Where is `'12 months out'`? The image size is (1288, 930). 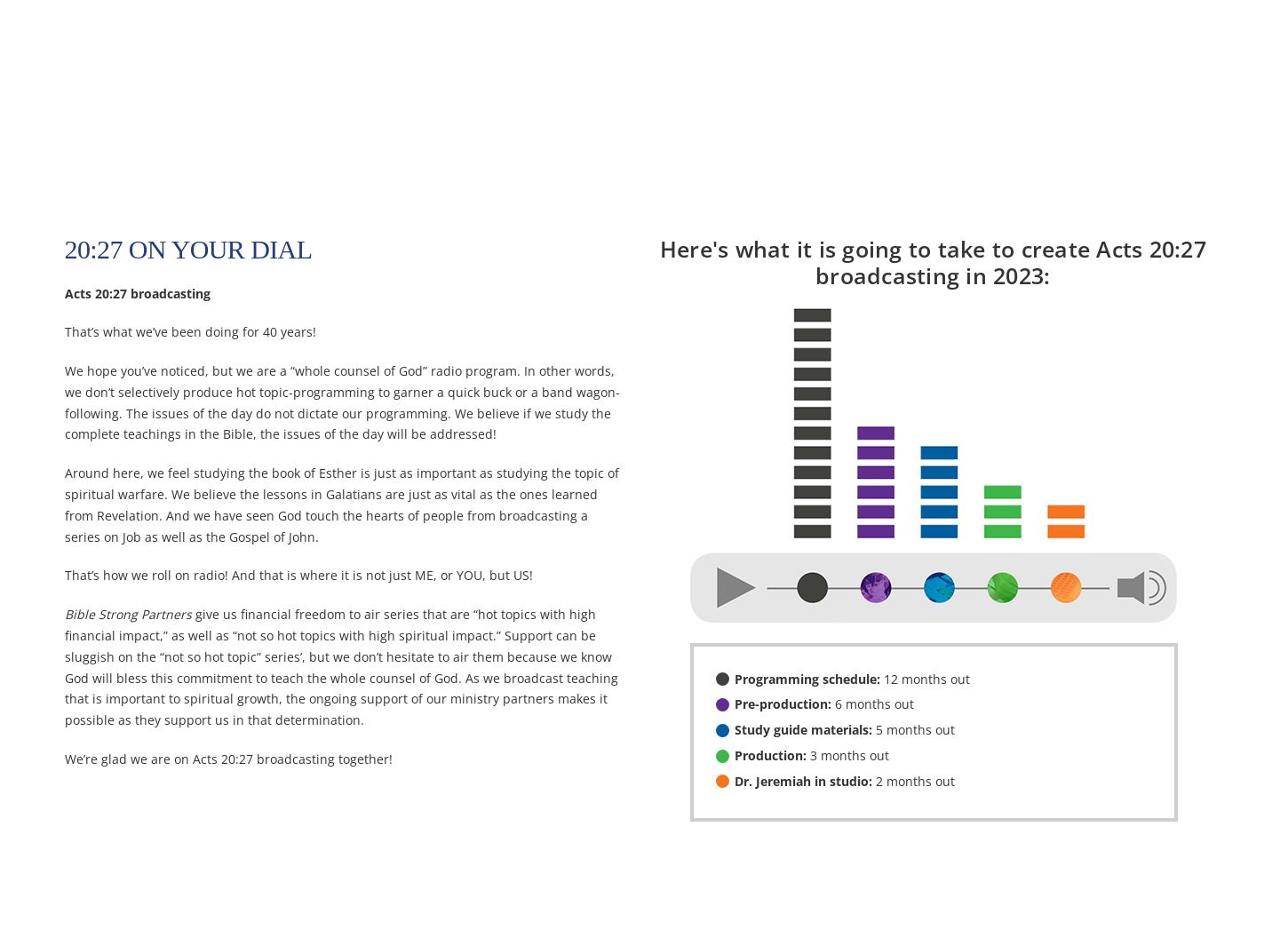
'12 months out' is located at coordinates (924, 677).